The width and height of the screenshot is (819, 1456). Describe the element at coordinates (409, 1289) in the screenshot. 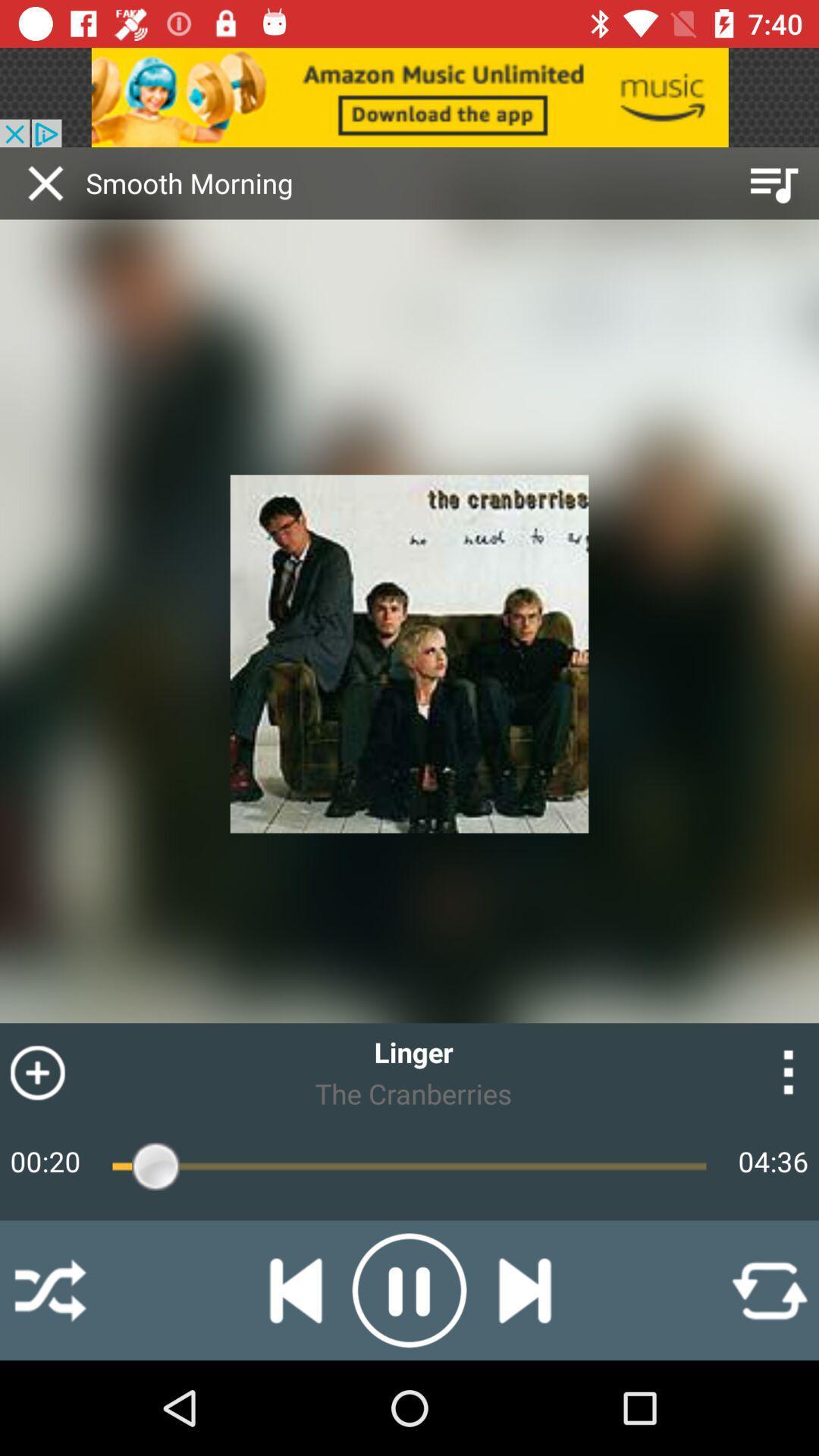

I see `the pause icon` at that location.